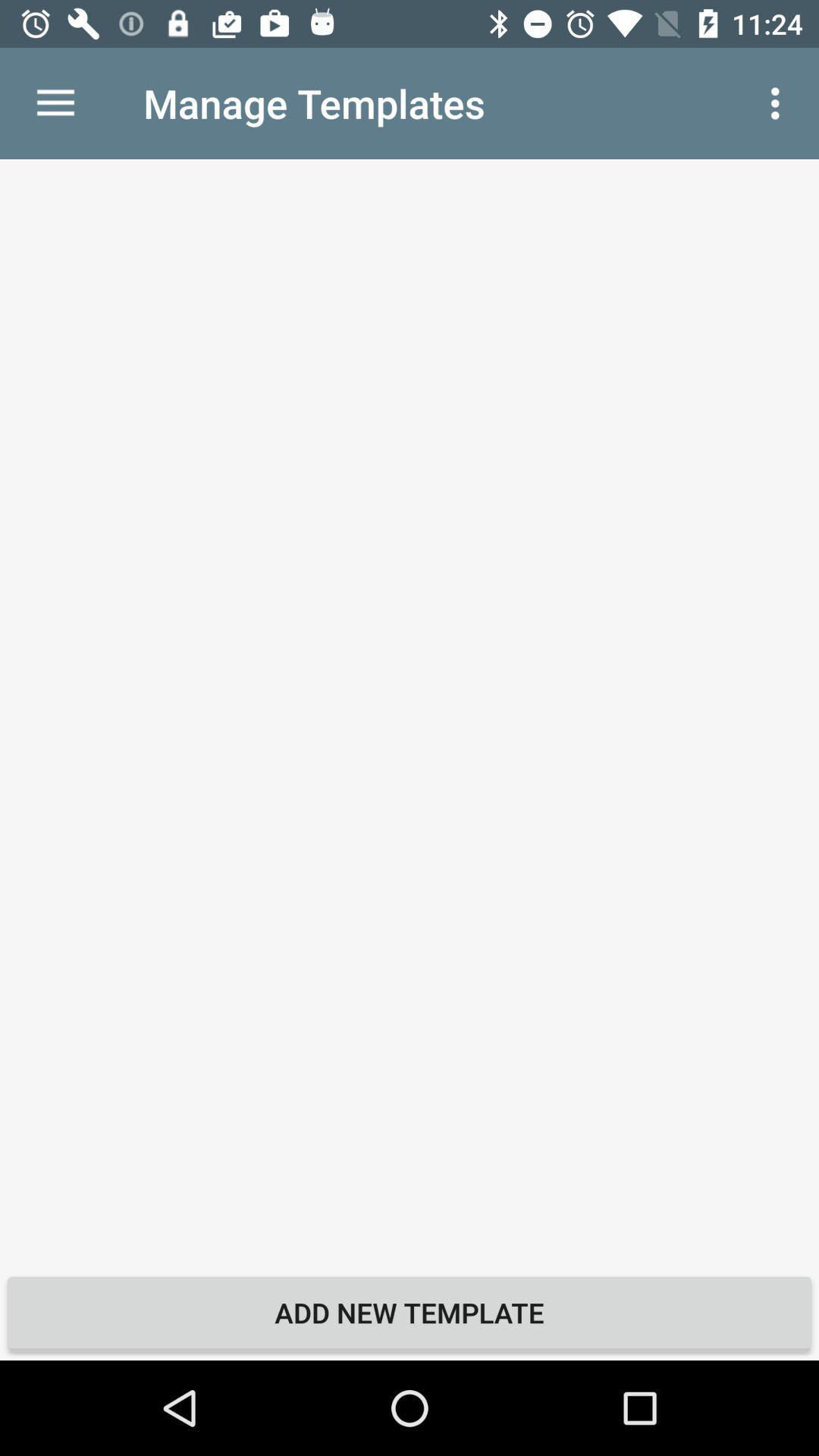  What do you see at coordinates (55, 102) in the screenshot?
I see `the item to the left of the manage templates item` at bounding box center [55, 102].